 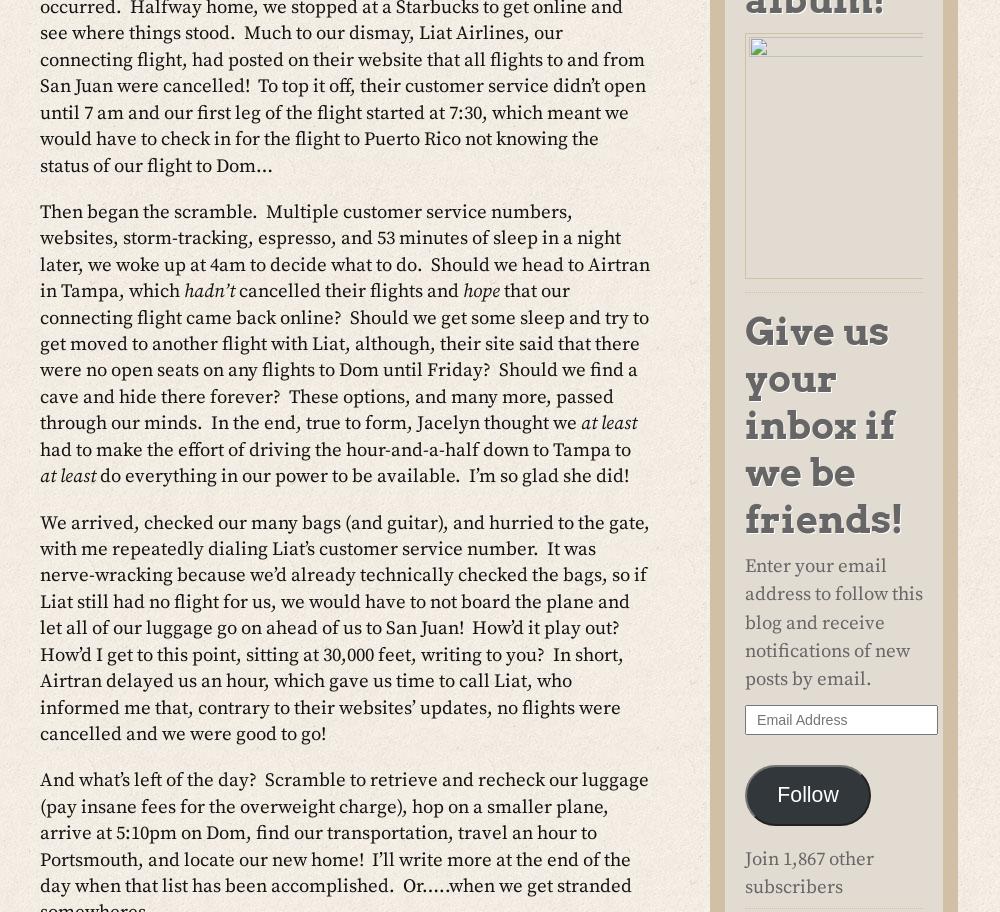 I want to click on 'Follow', so click(x=807, y=793).